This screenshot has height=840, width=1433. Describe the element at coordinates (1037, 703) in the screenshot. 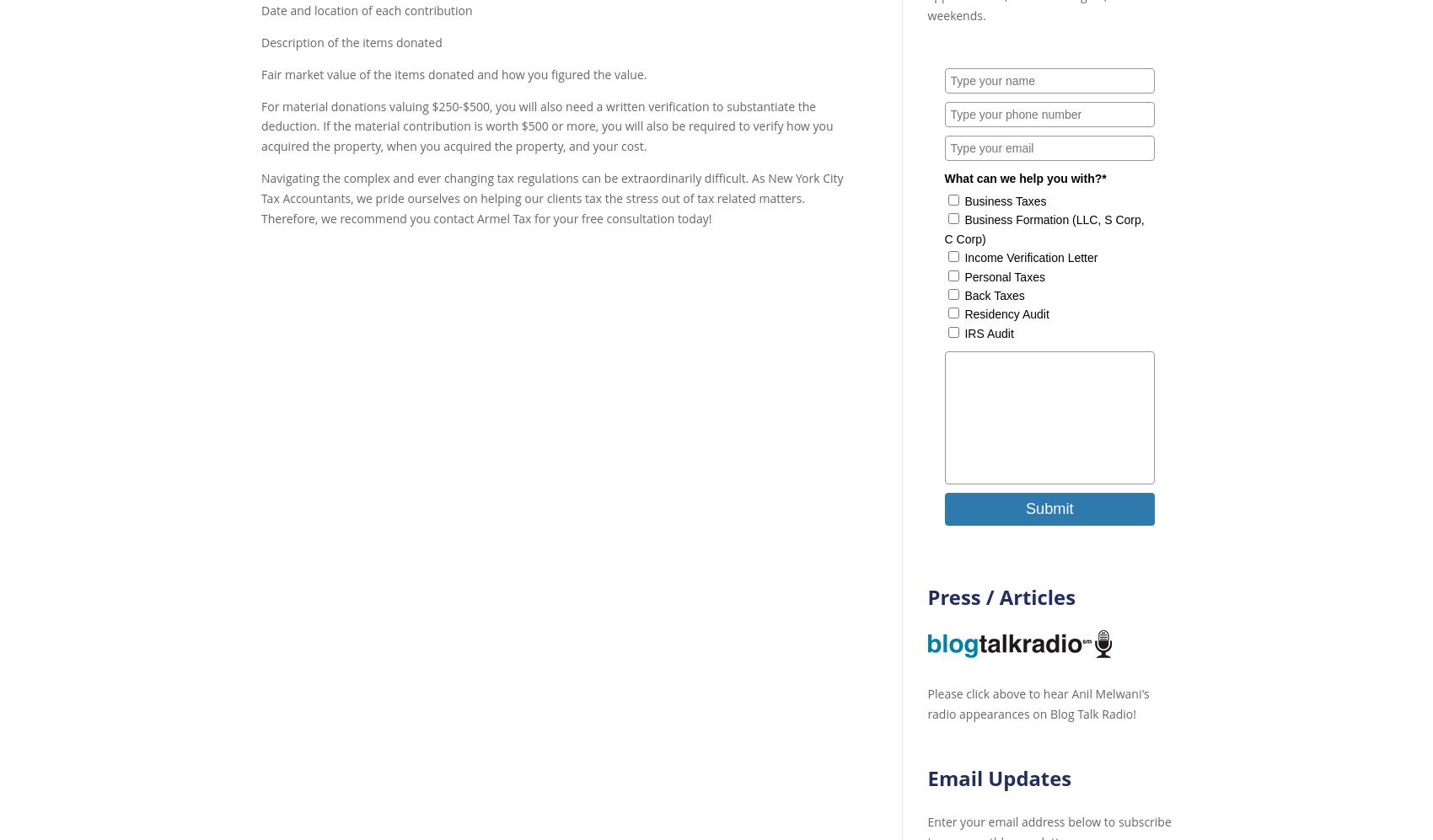

I see `'Please click above to hear Anil Melwani's radio appearances on  Blog Talk Radio!'` at that location.